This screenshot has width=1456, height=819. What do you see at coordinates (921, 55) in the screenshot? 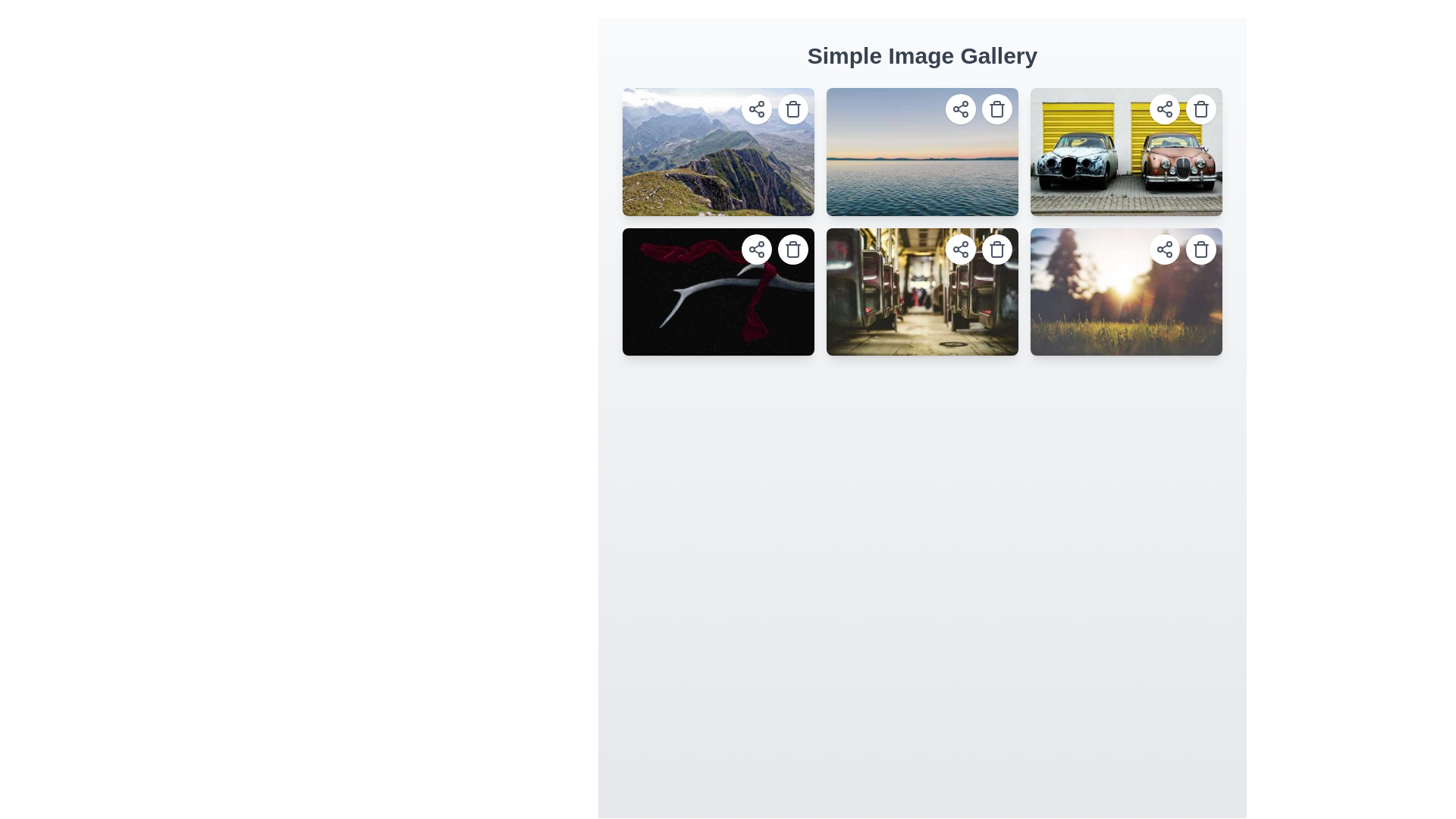
I see `text of the Heading element located at the top of the interface, which provides context about the page's content and purpose` at bounding box center [921, 55].